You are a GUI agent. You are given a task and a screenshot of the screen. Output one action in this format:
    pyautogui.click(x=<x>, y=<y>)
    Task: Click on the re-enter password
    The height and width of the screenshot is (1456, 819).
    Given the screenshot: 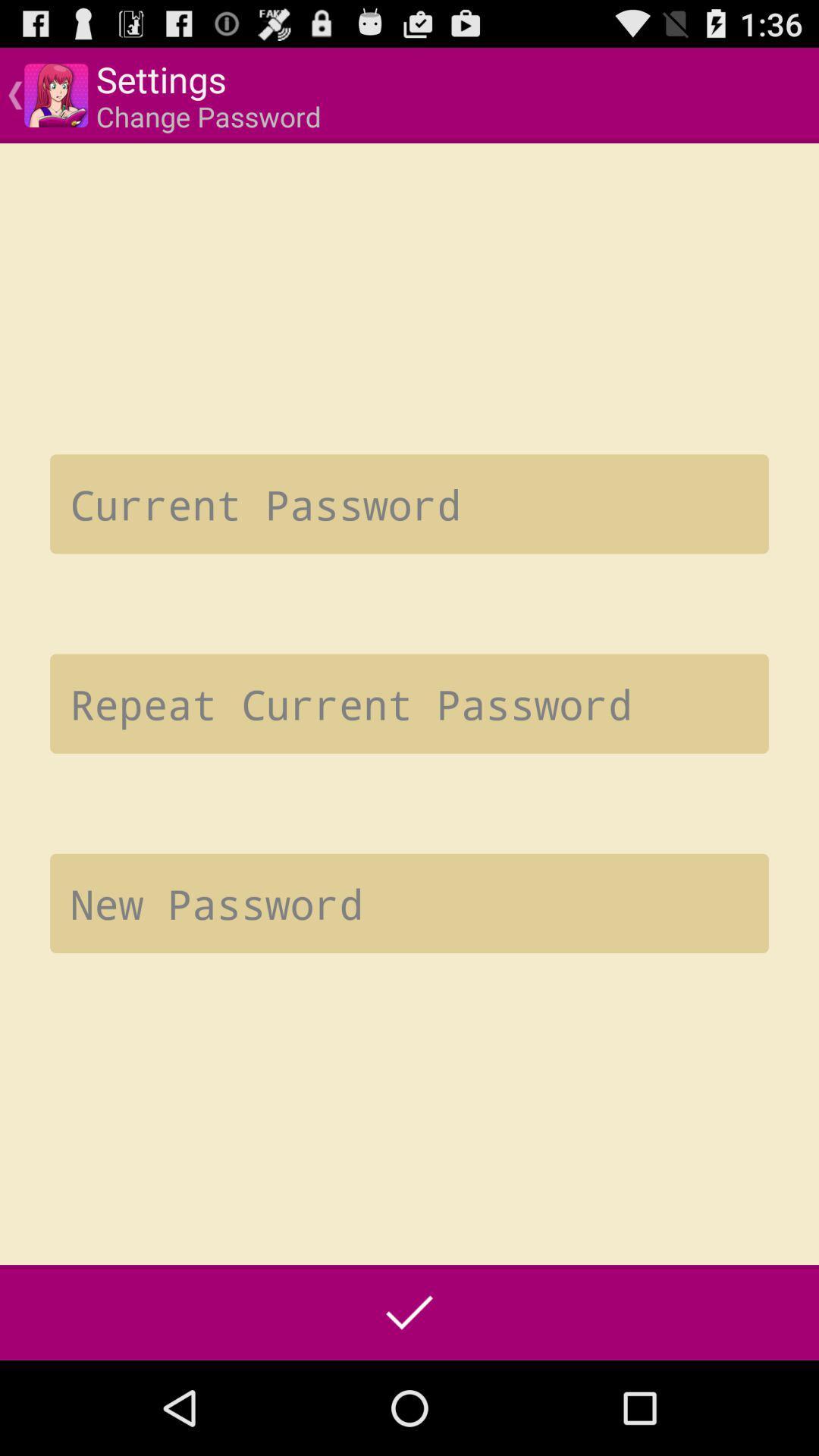 What is the action you would take?
    pyautogui.click(x=409, y=703)
    